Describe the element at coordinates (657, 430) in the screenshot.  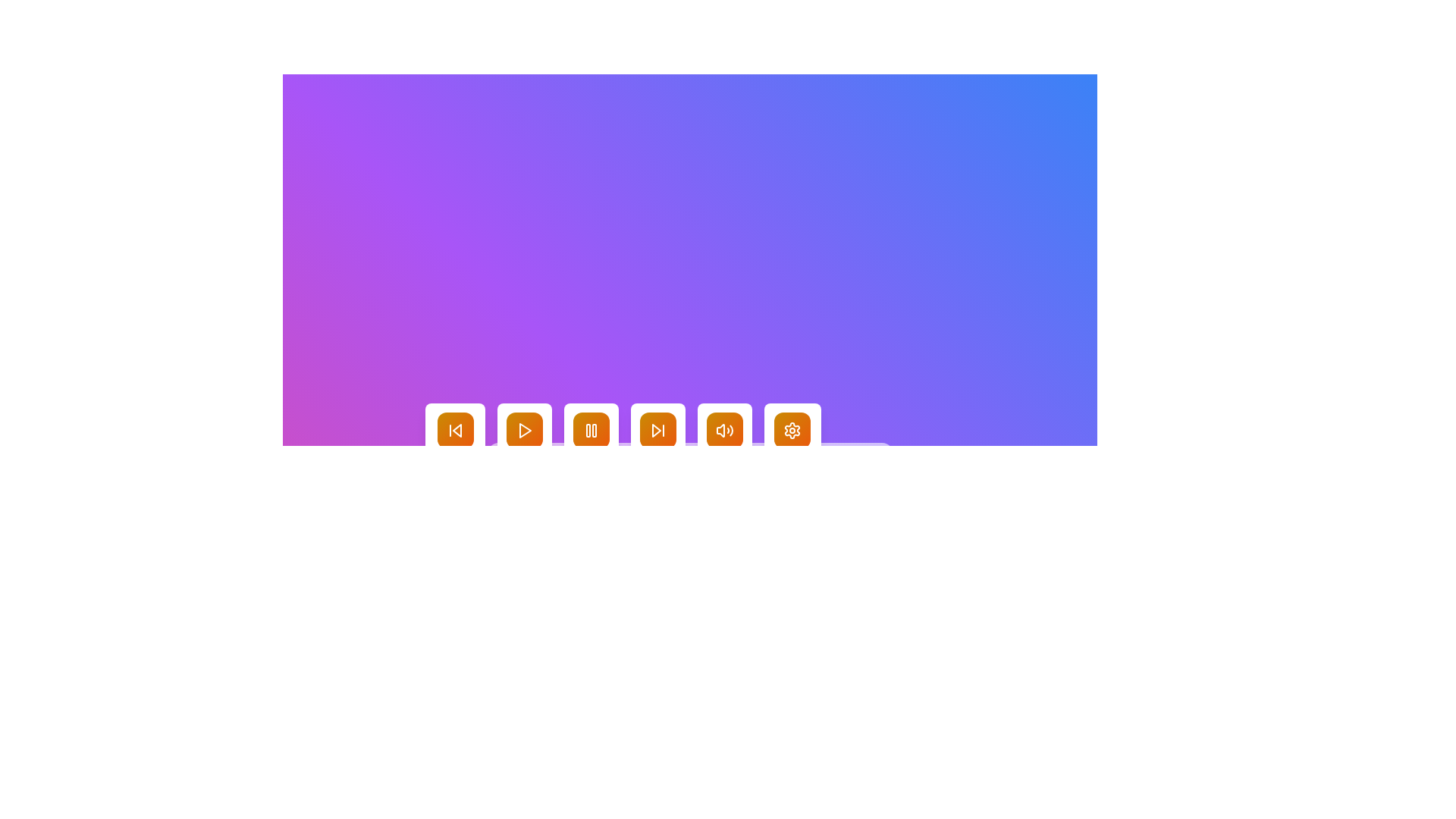
I see `the skip to next item icon button located in the middle of the bottom row, the fifth icon from the left in a series of six similar-sized containers` at that location.